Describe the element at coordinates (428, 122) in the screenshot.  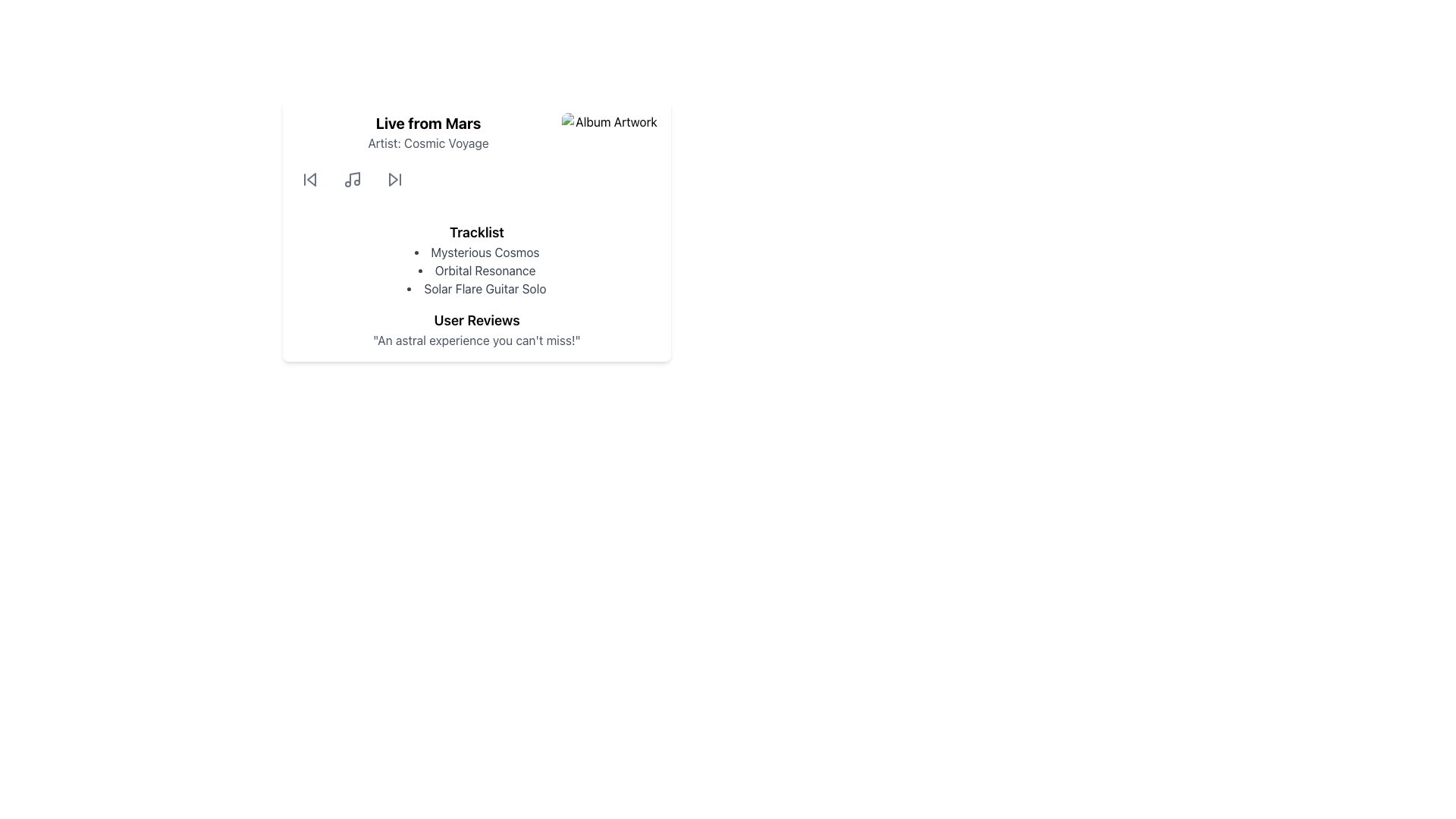
I see `the text header element titled 'Live from Mars', which is positioned at the top of the section above 'Artist: Cosmic Voyage'` at that location.